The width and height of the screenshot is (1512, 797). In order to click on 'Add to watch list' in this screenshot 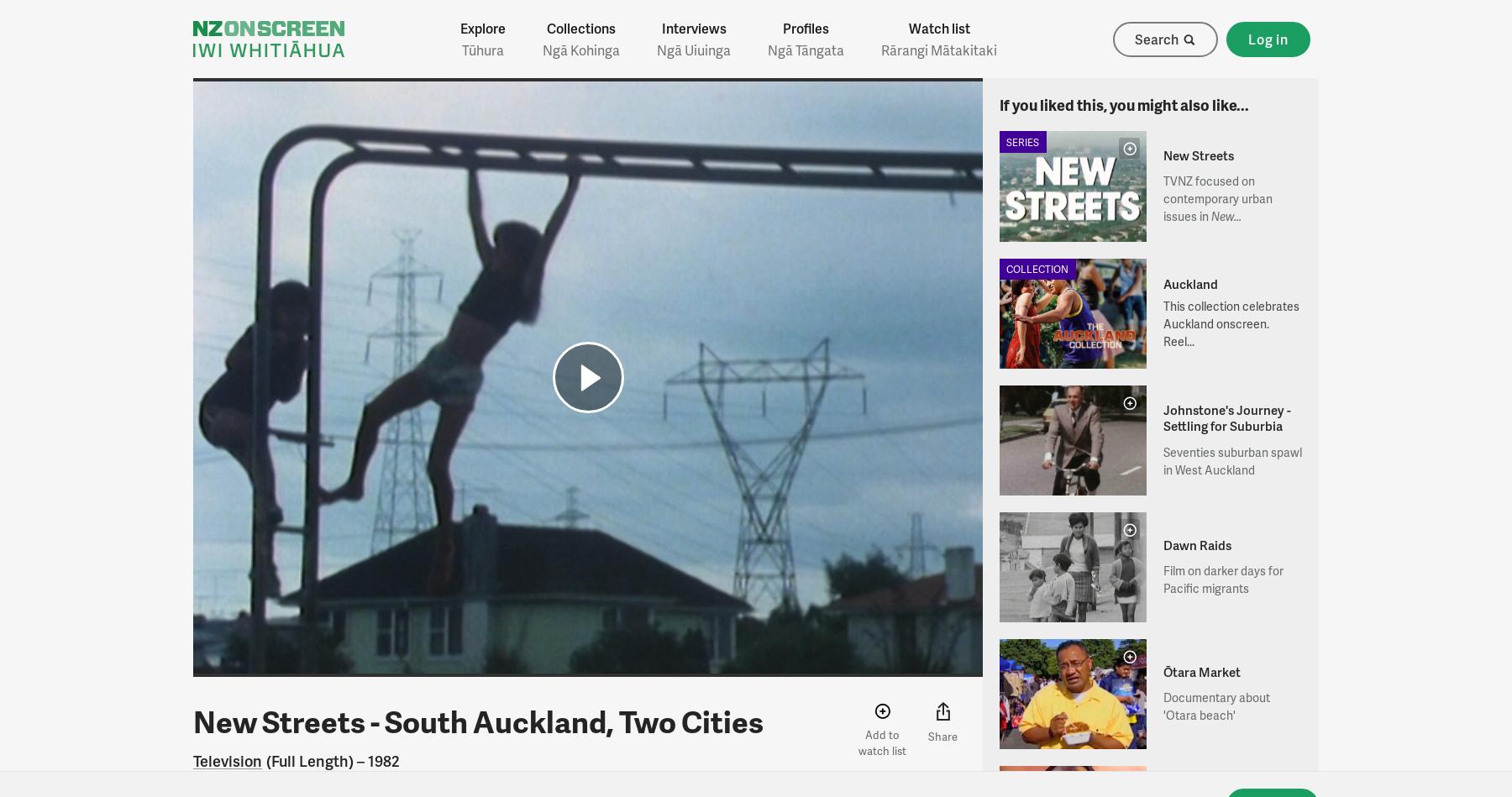, I will do `click(881, 741)`.